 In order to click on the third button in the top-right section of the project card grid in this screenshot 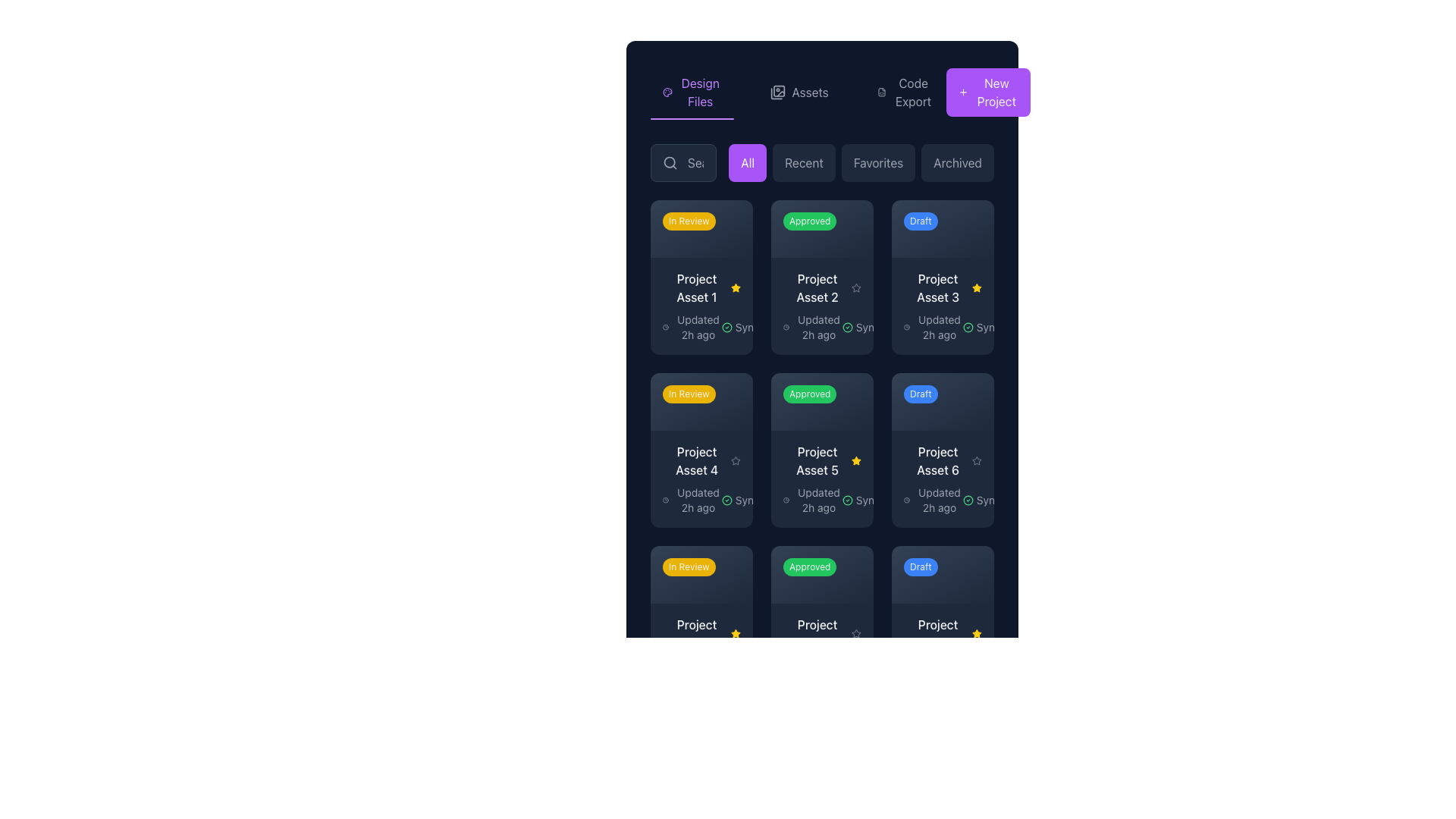, I will do `click(968, 224)`.